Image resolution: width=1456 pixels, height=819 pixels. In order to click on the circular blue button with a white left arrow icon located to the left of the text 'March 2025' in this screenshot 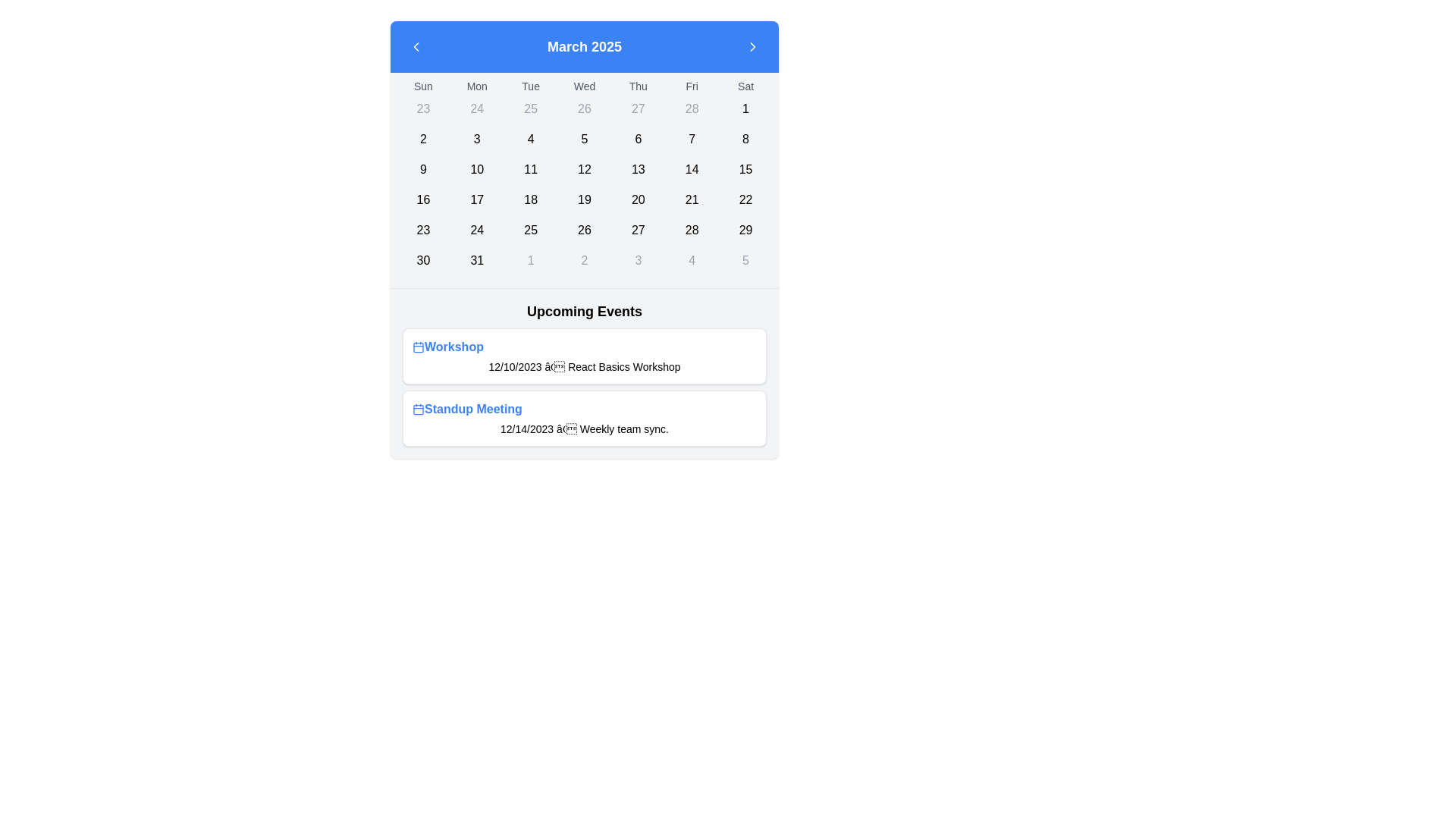, I will do `click(416, 45)`.